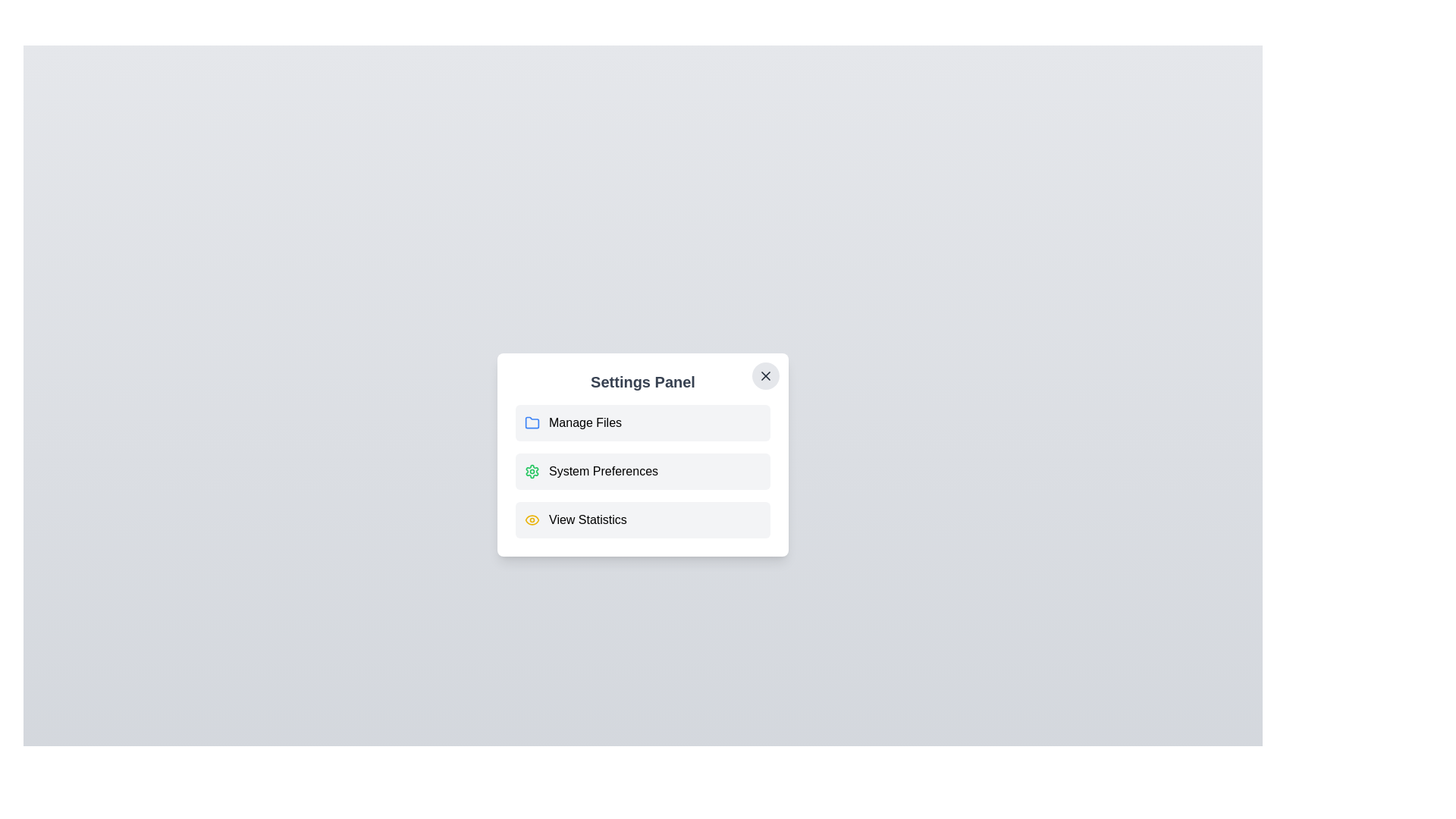 The image size is (1456, 819). Describe the element at coordinates (765, 375) in the screenshot. I see `the Close Button represented by a diagonal cross icon ('X') in the top right corner of the Settings Panel` at that location.